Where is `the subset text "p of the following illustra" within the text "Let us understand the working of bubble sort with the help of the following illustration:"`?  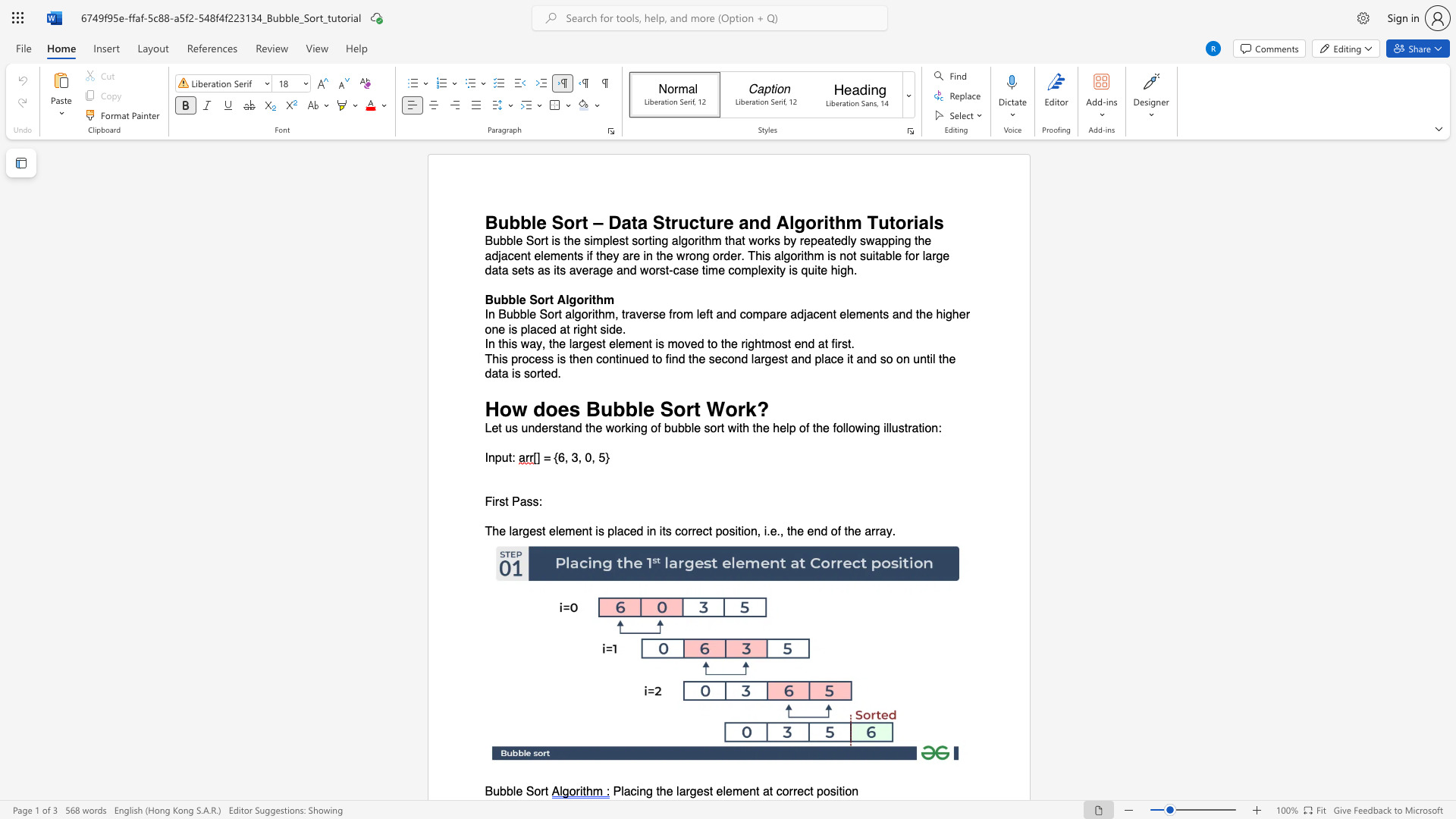 the subset text "p of the following illustra" within the text "Let us understand the working of bubble sort with the help of the following illustration:" is located at coordinates (789, 428).